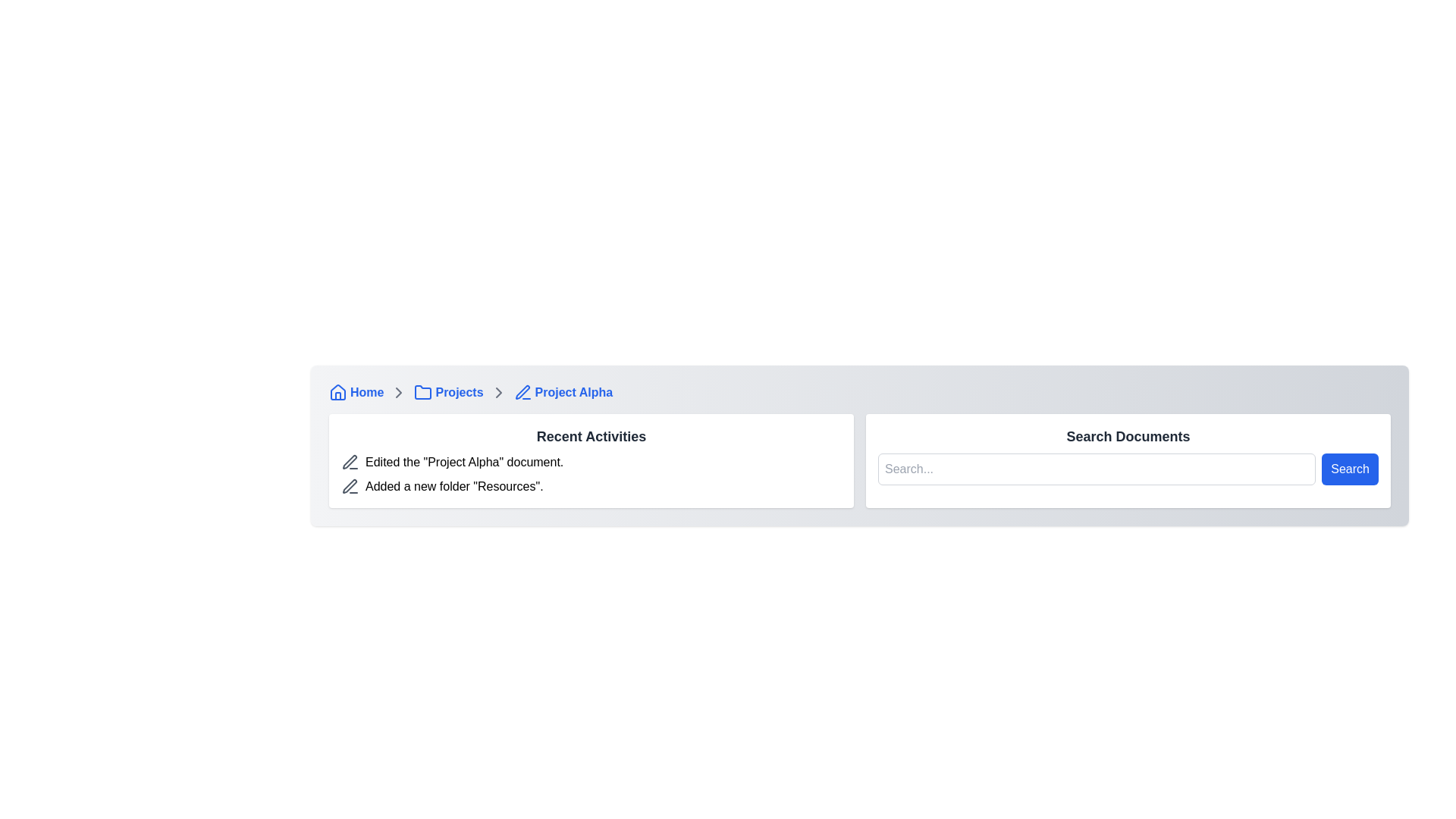 The height and width of the screenshot is (819, 1456). I want to click on the text label displaying 'Project Alpha' in the breadcrumb navigation bar, which indicates the current location within the navigation structure, so click(573, 391).